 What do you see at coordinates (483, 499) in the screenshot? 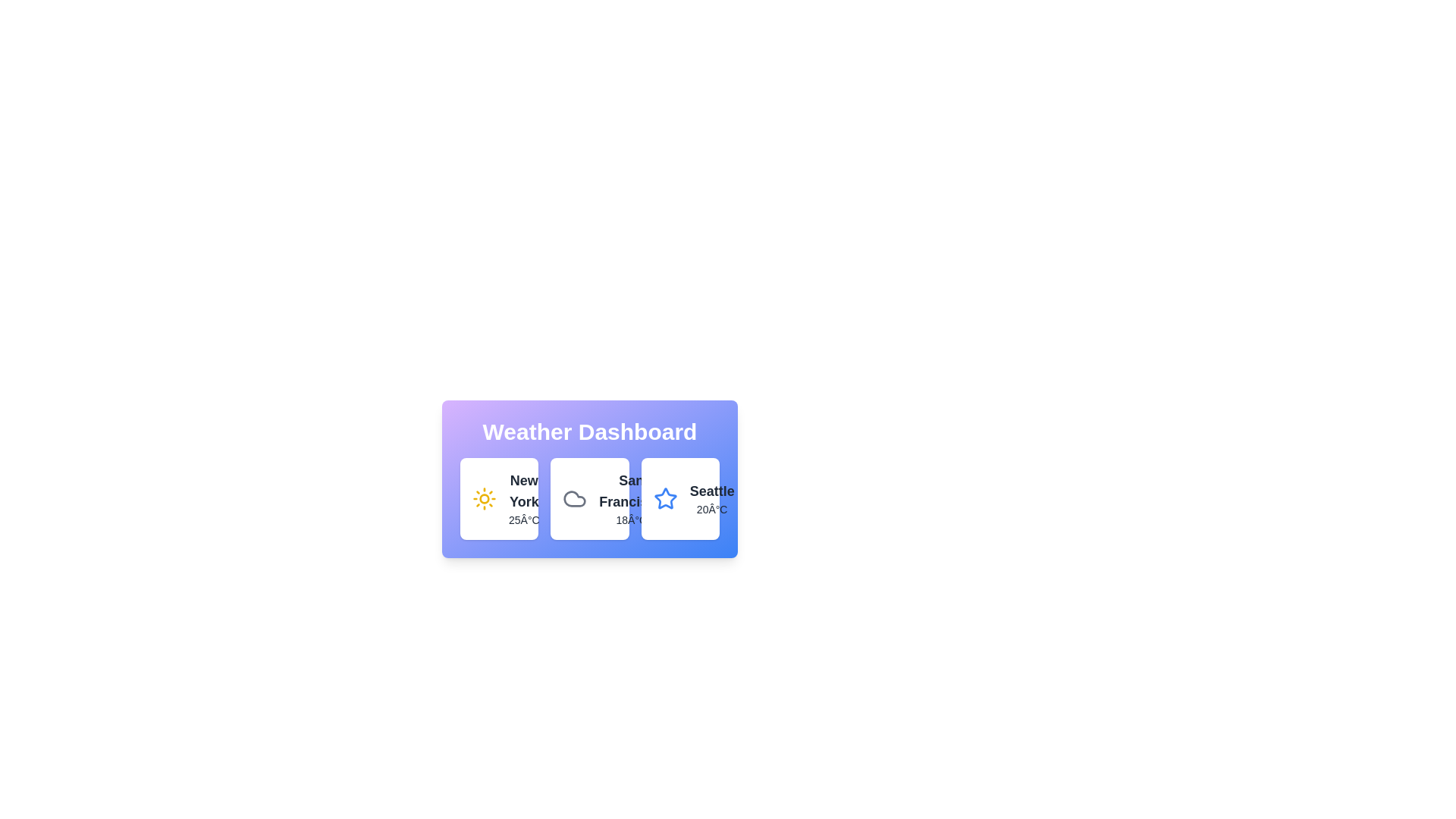
I see `the yellow circular shape that is the center of the sun icon in the New York weather card under the Weather Dashboard heading` at bounding box center [483, 499].